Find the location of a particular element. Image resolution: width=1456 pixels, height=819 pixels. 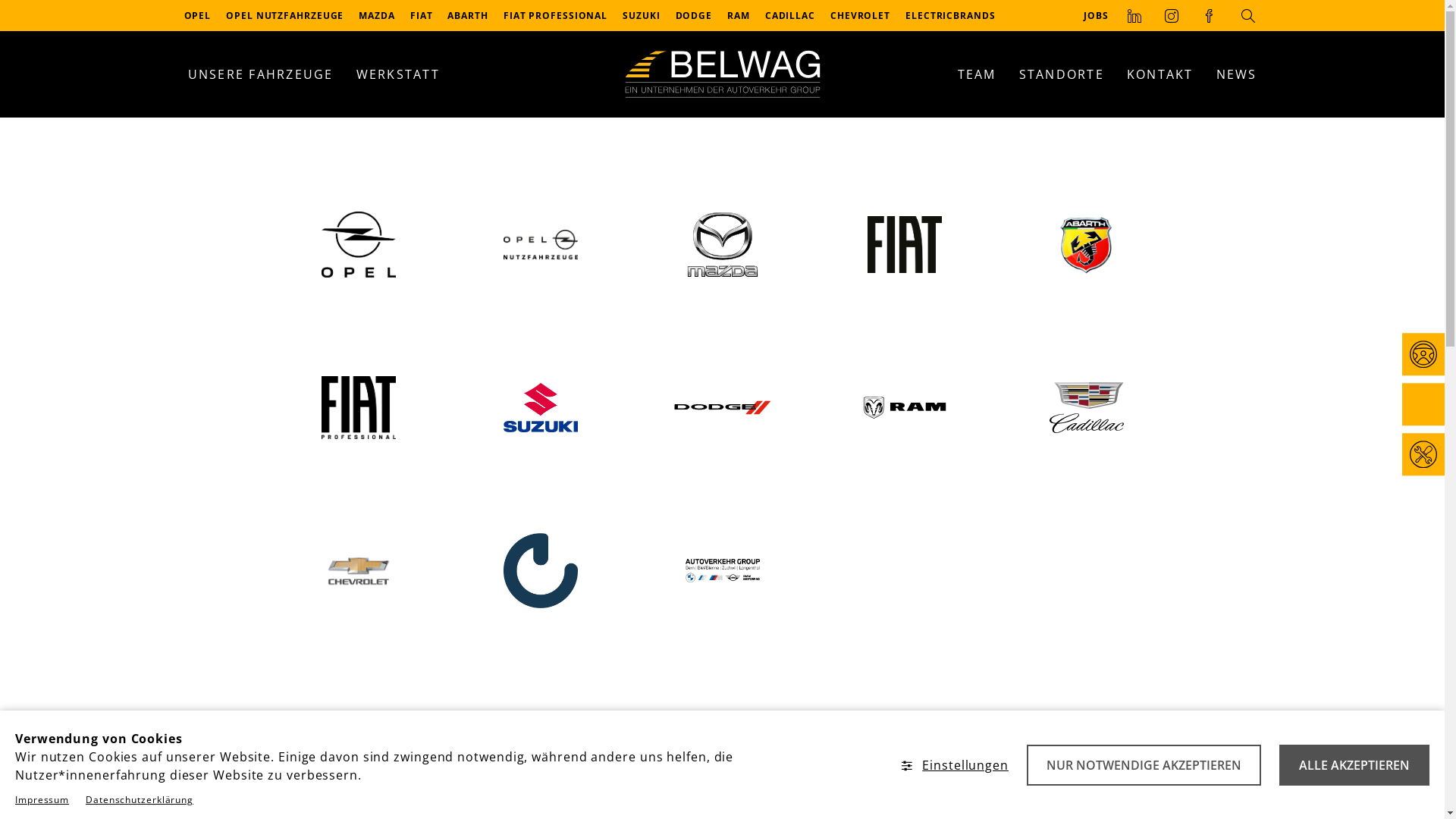

'Chevrolet' is located at coordinates (356, 570).